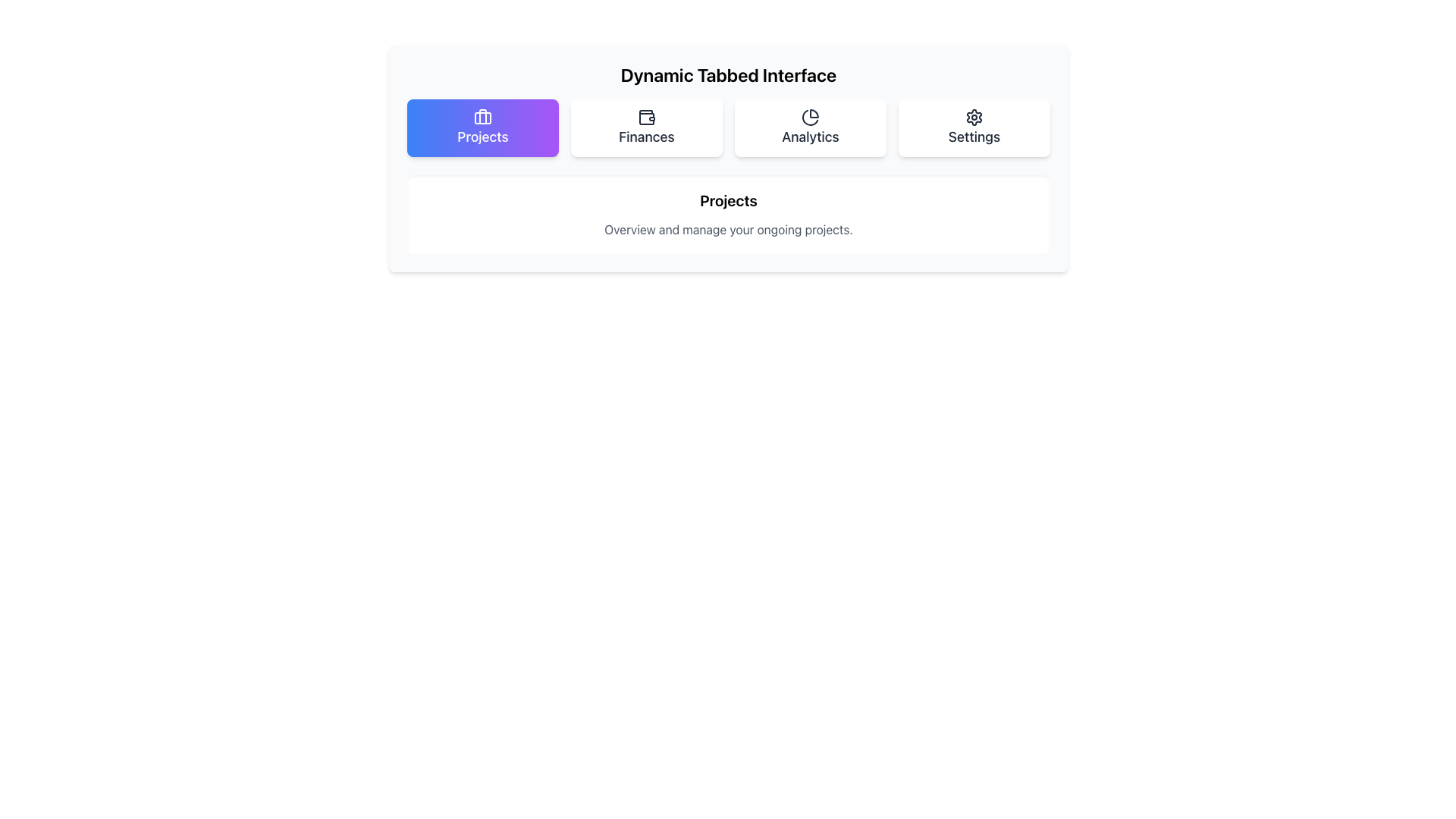 This screenshot has height=819, width=1456. Describe the element at coordinates (974, 137) in the screenshot. I see `text label displaying 'Settings' located below the gear icon in the navigation row` at that location.